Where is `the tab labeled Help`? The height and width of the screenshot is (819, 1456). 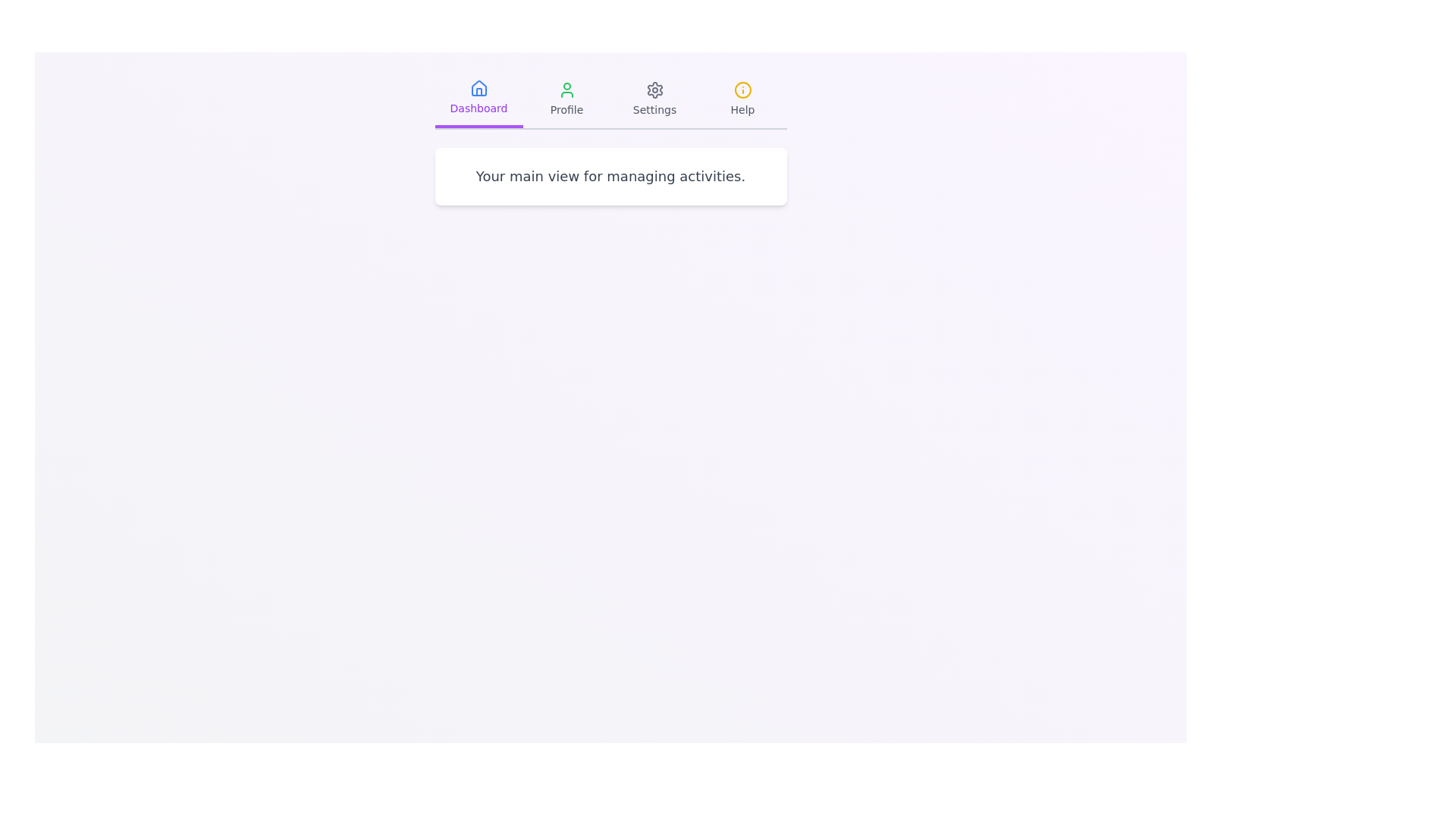 the tab labeled Help is located at coordinates (742, 99).